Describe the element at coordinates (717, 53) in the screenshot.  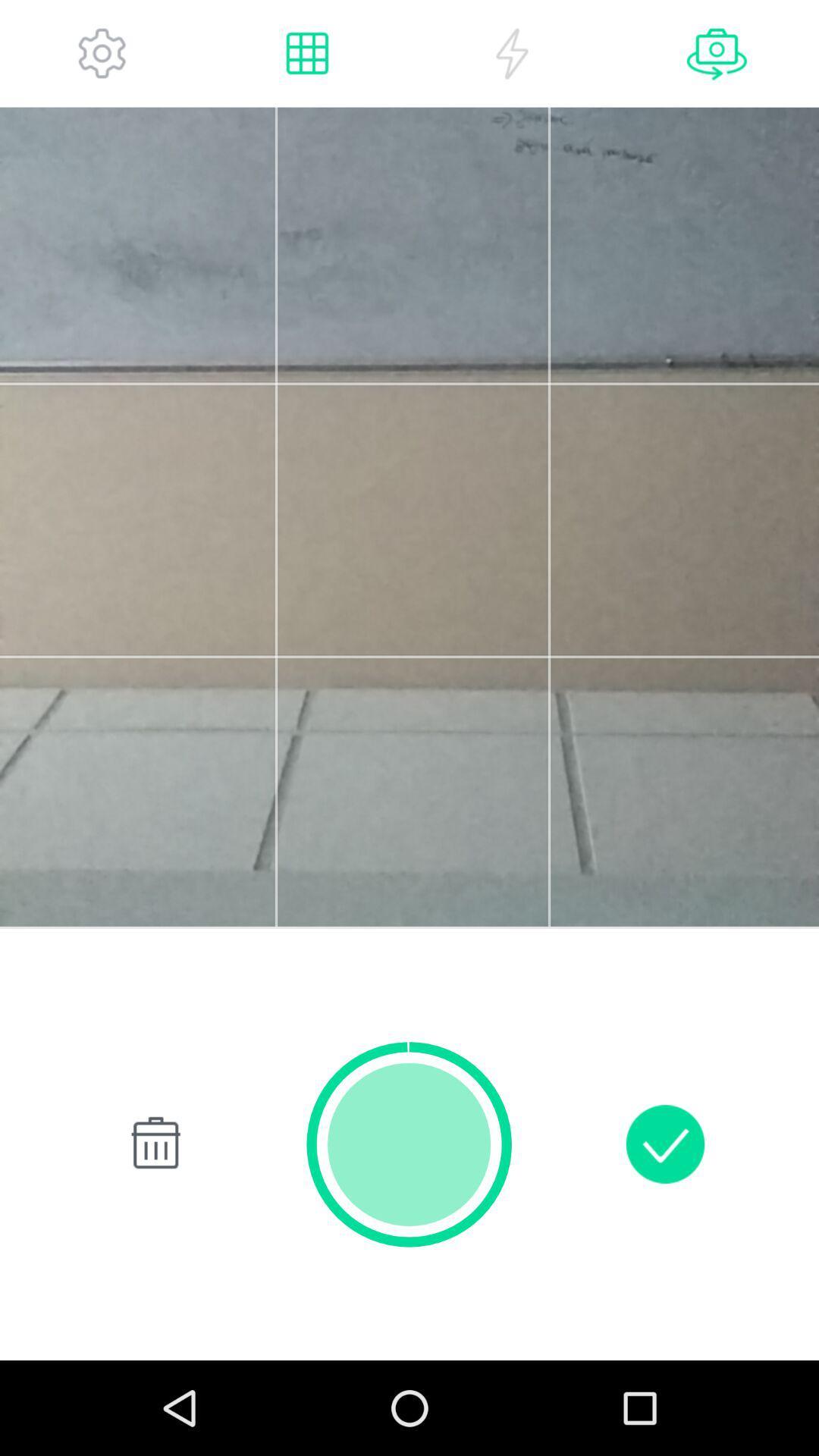
I see `switch to front/back camera` at that location.